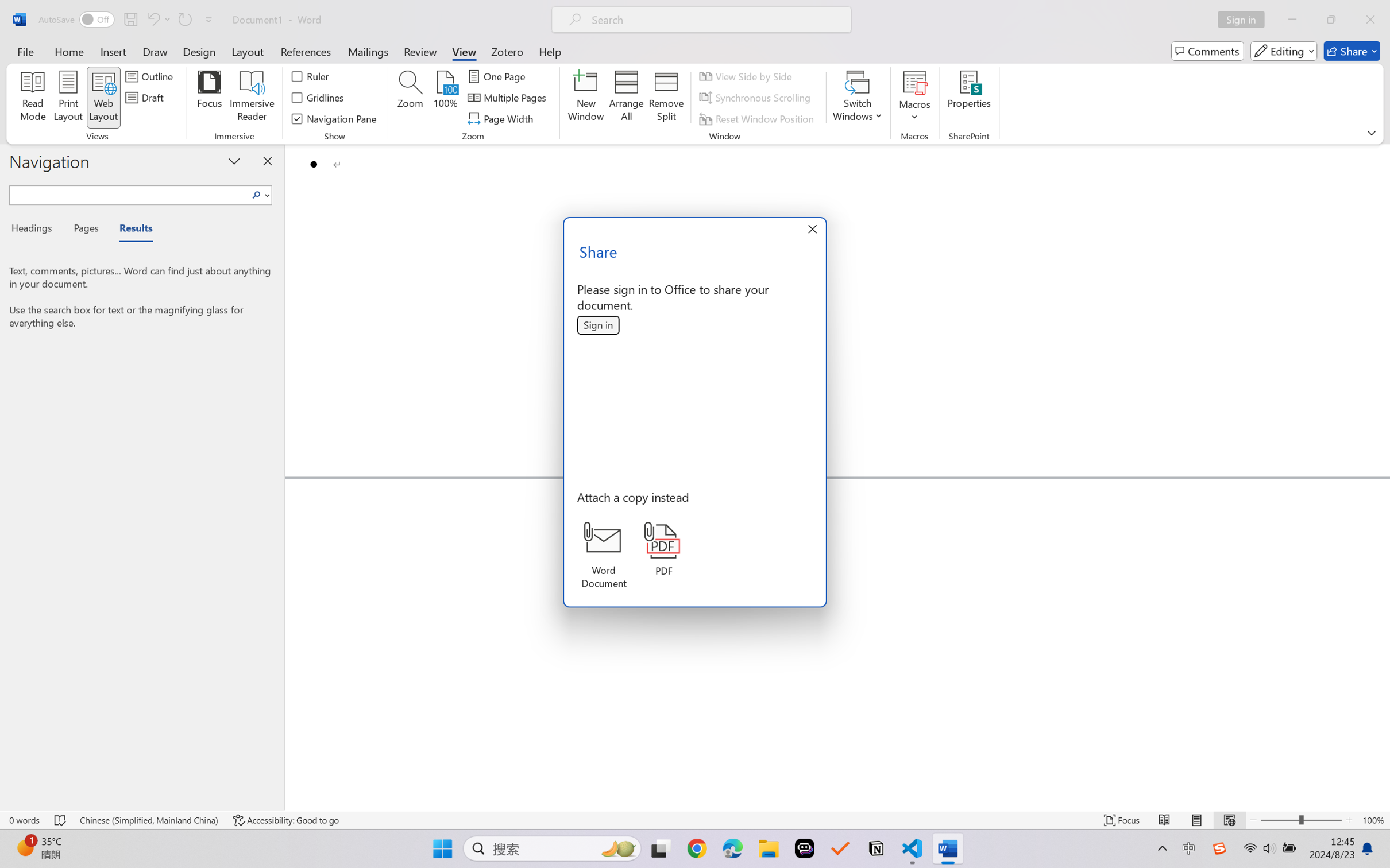 The height and width of the screenshot is (868, 1390). What do you see at coordinates (152, 19) in the screenshot?
I see `'Undo Bullet Default'` at bounding box center [152, 19].